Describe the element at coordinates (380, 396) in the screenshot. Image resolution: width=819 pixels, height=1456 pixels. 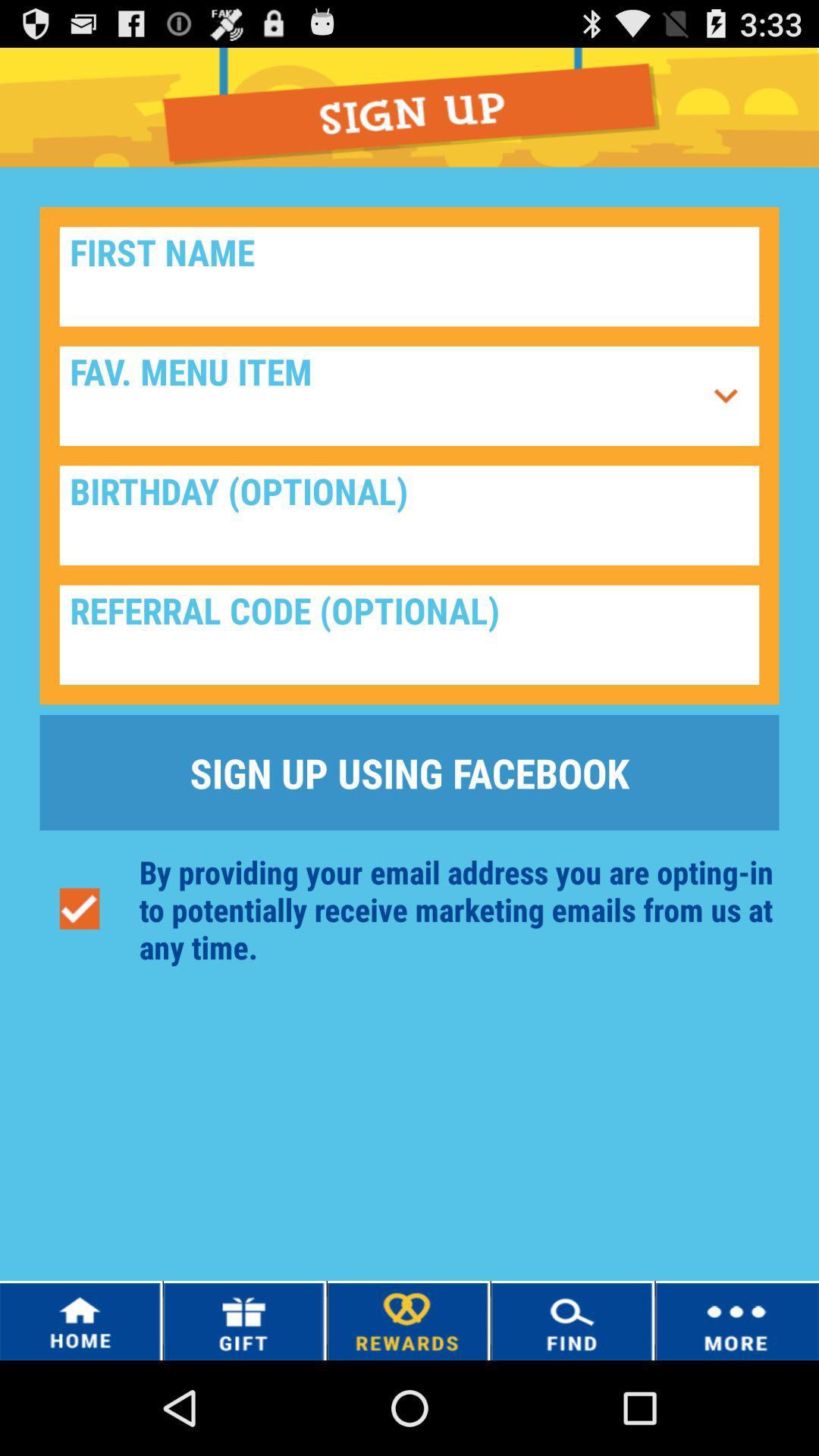
I see `favorite menu item` at that location.